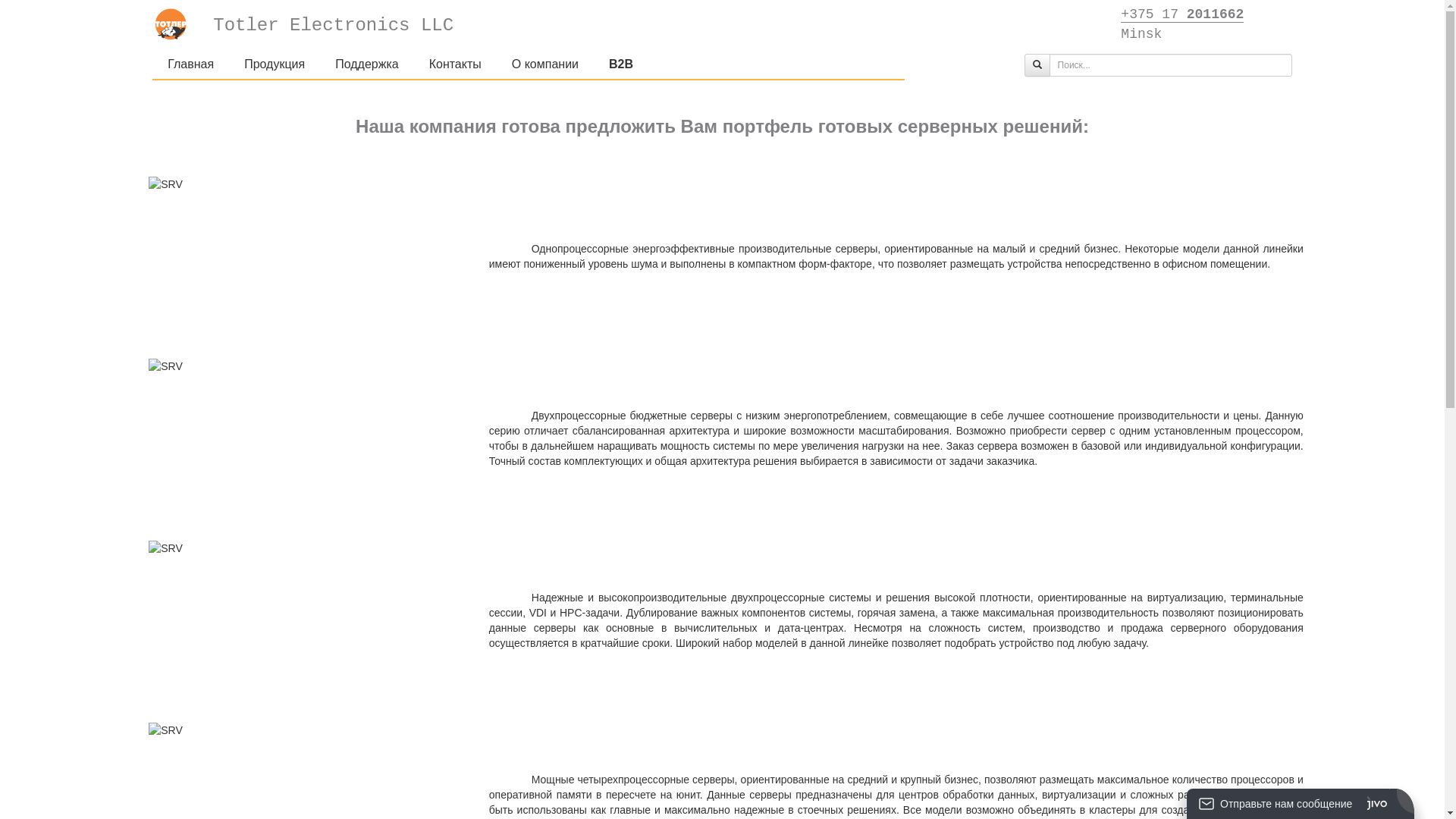 The width and height of the screenshot is (1456, 819). What do you see at coordinates (592, 63) in the screenshot?
I see `'B2B'` at bounding box center [592, 63].